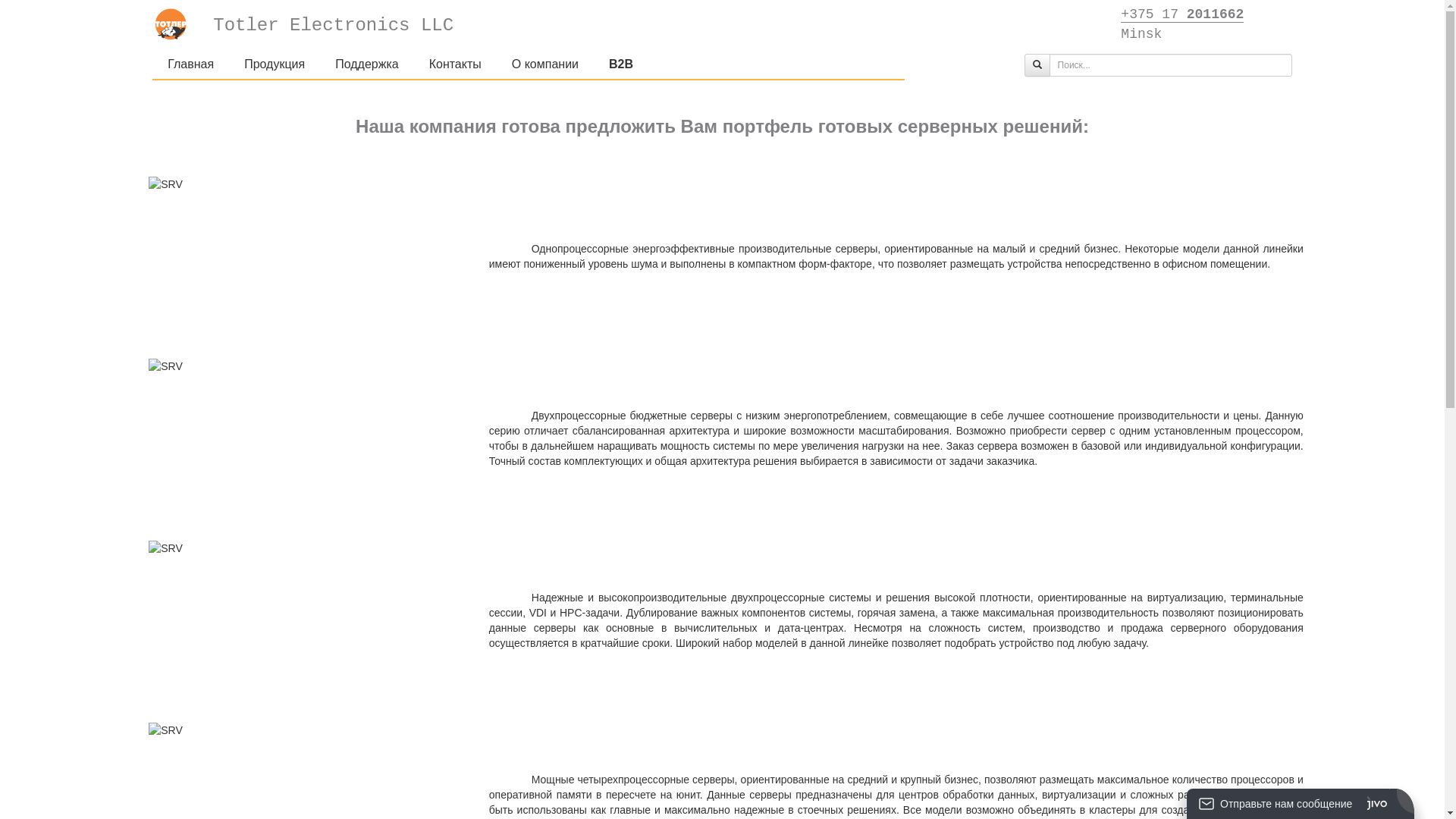 The width and height of the screenshot is (1456, 819). What do you see at coordinates (592, 63) in the screenshot?
I see `'B2B'` at bounding box center [592, 63].